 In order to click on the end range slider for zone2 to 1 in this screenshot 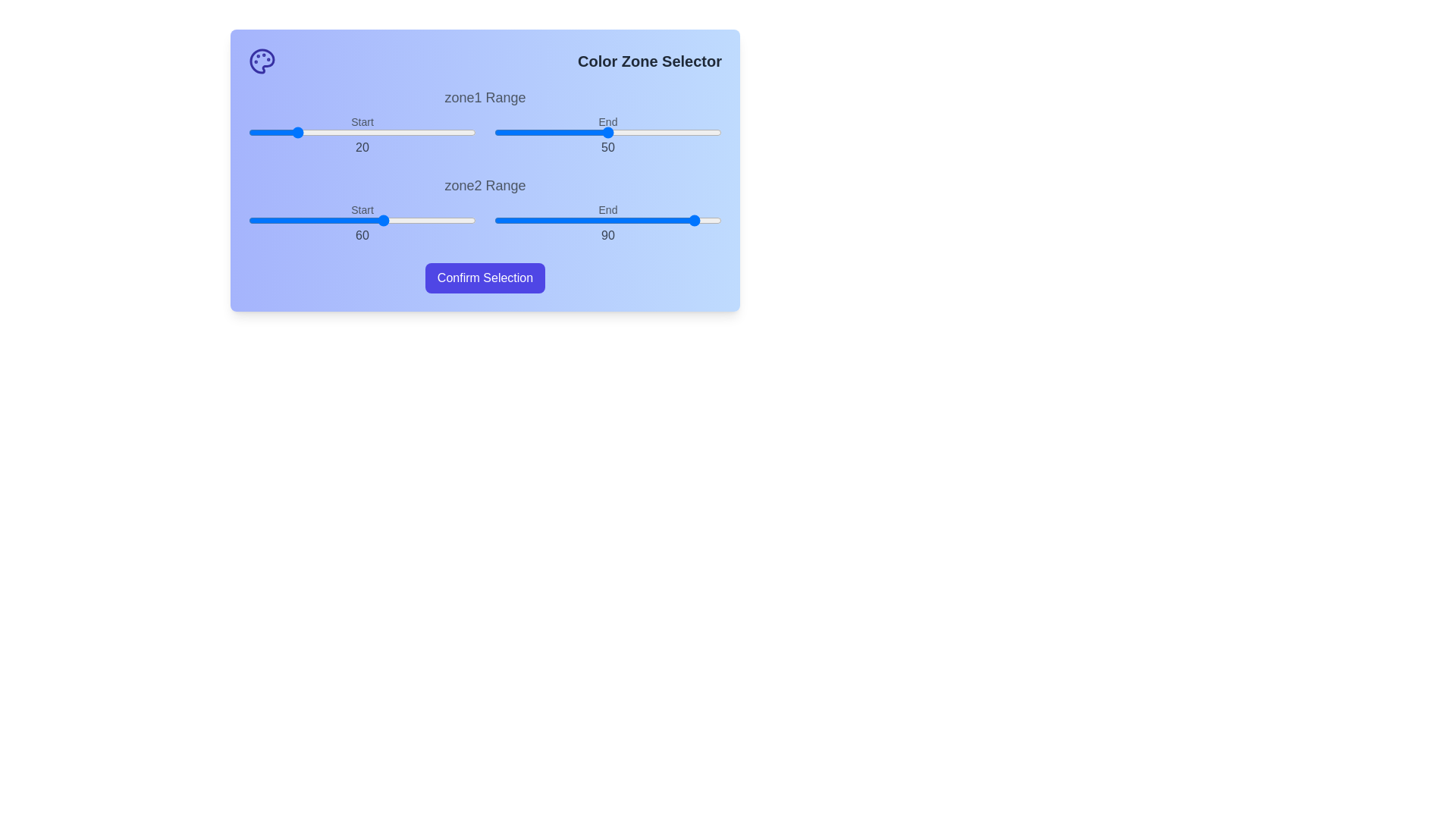, I will do `click(496, 220)`.